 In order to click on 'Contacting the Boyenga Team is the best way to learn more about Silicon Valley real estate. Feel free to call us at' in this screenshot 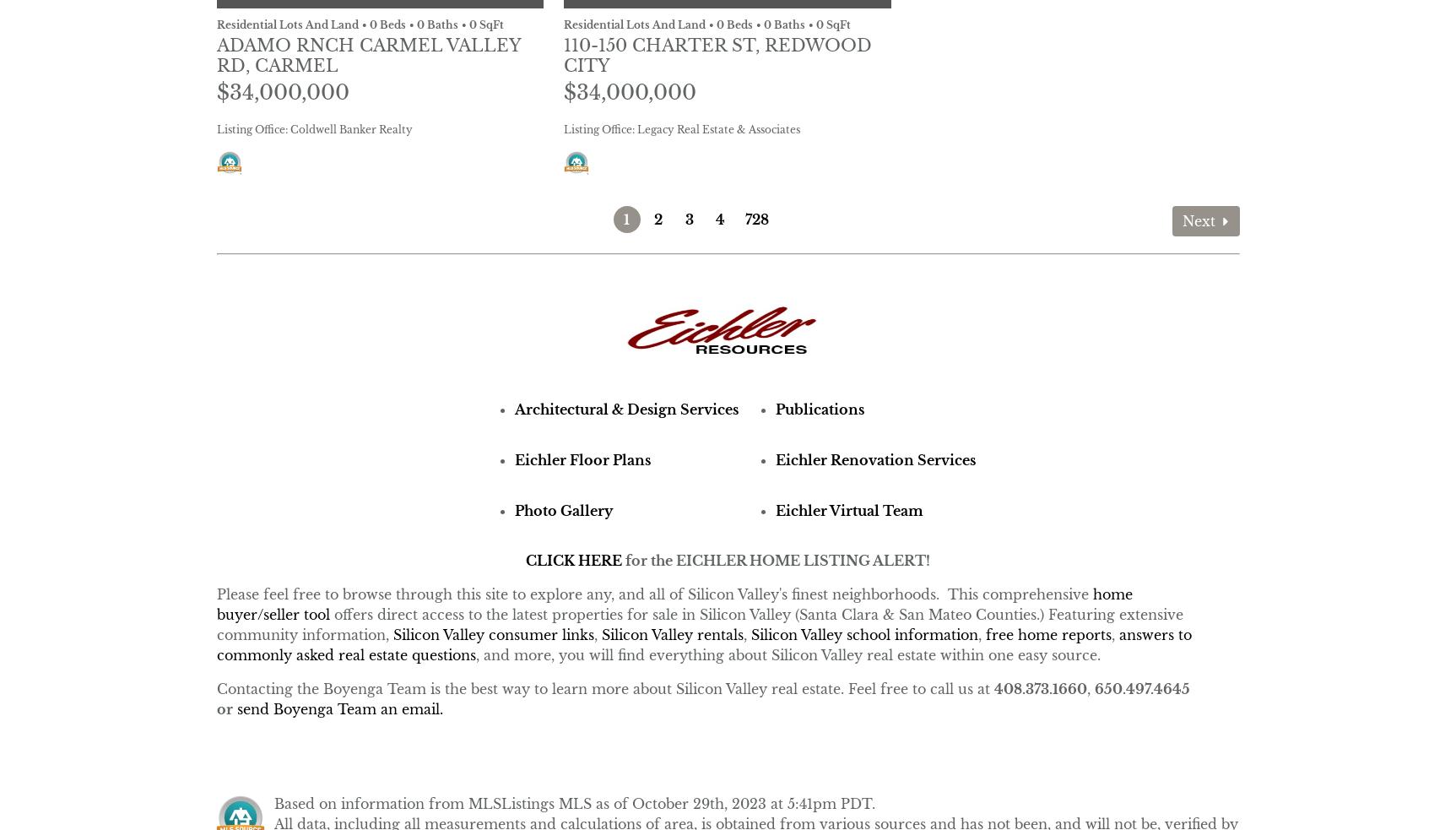, I will do `click(214, 687)`.